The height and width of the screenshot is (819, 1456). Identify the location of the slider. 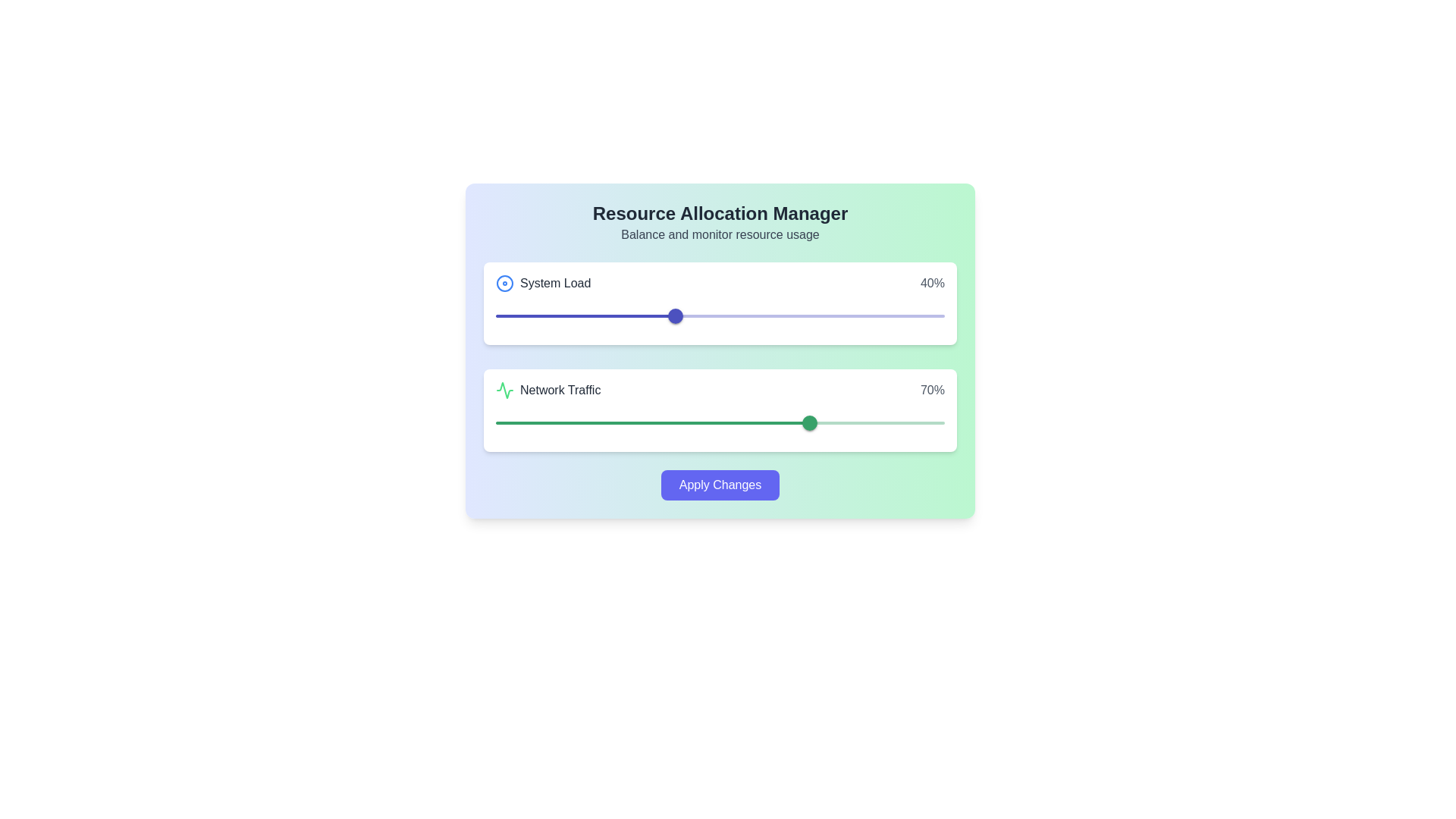
(723, 315).